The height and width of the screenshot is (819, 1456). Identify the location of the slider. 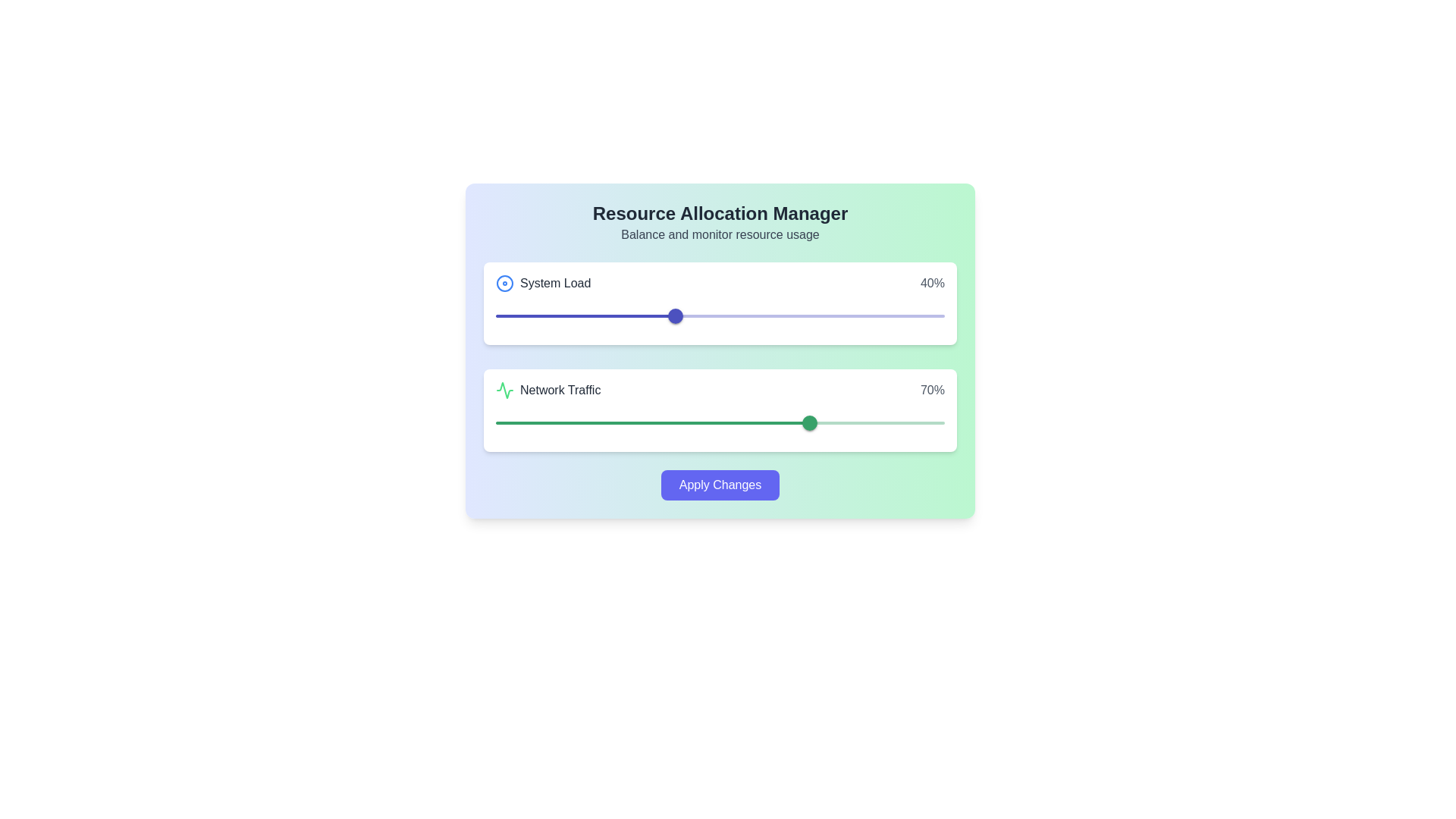
(723, 315).